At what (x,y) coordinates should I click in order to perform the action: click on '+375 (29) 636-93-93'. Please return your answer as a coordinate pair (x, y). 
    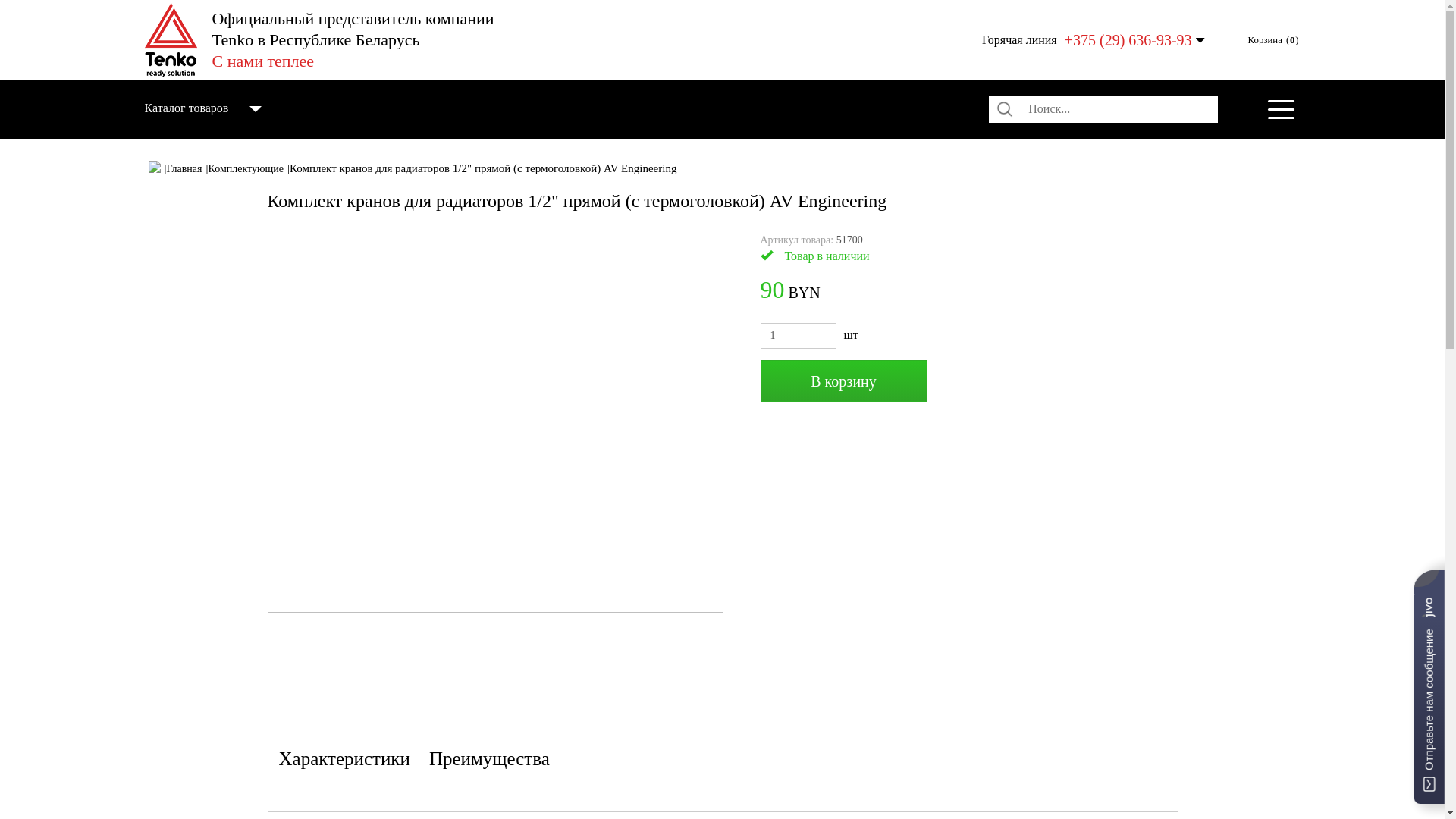
    Looking at the image, I should click on (1128, 39).